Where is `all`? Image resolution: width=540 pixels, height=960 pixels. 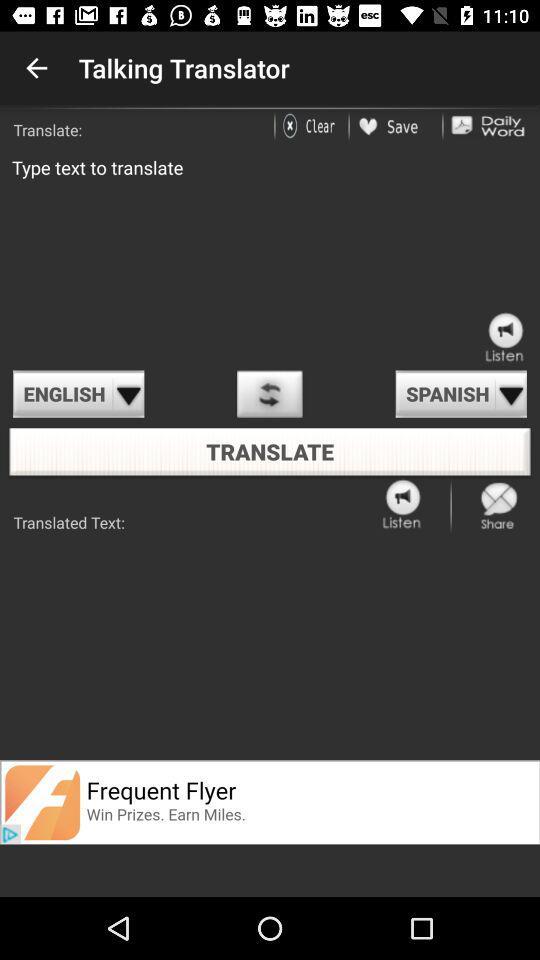 all is located at coordinates (504, 338).